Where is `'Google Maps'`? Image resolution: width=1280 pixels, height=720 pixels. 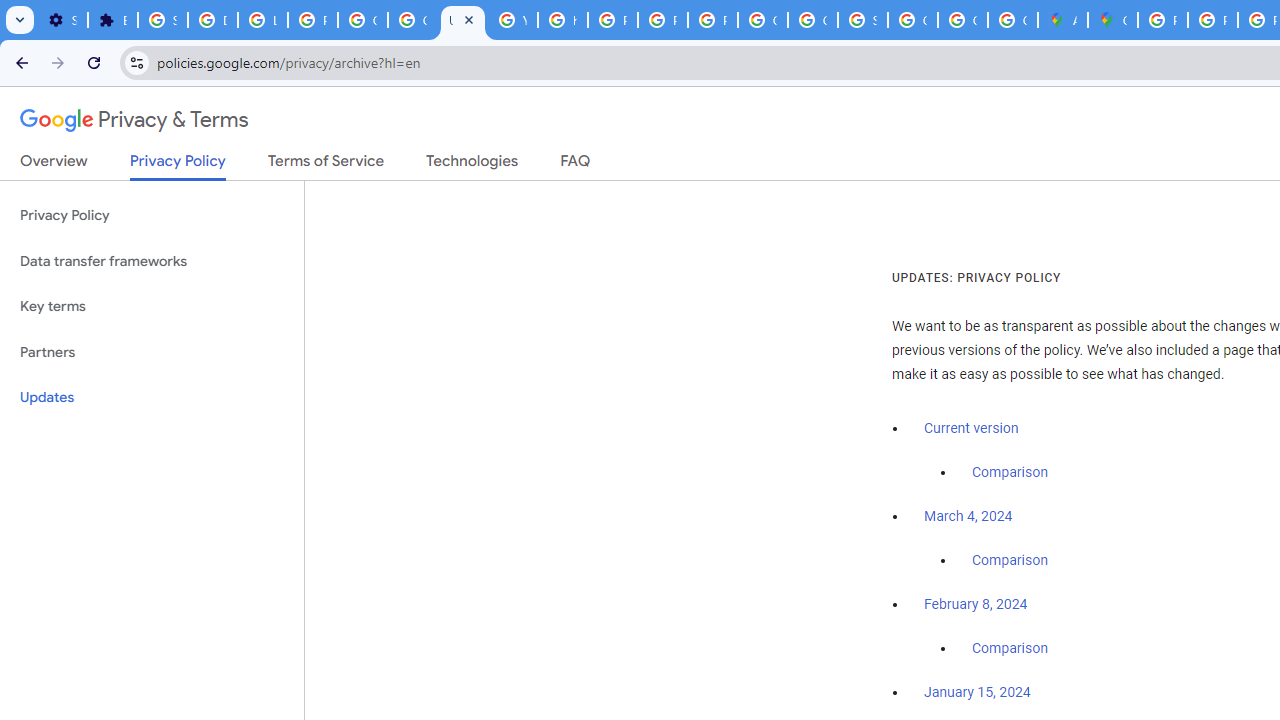 'Google Maps' is located at coordinates (1111, 20).